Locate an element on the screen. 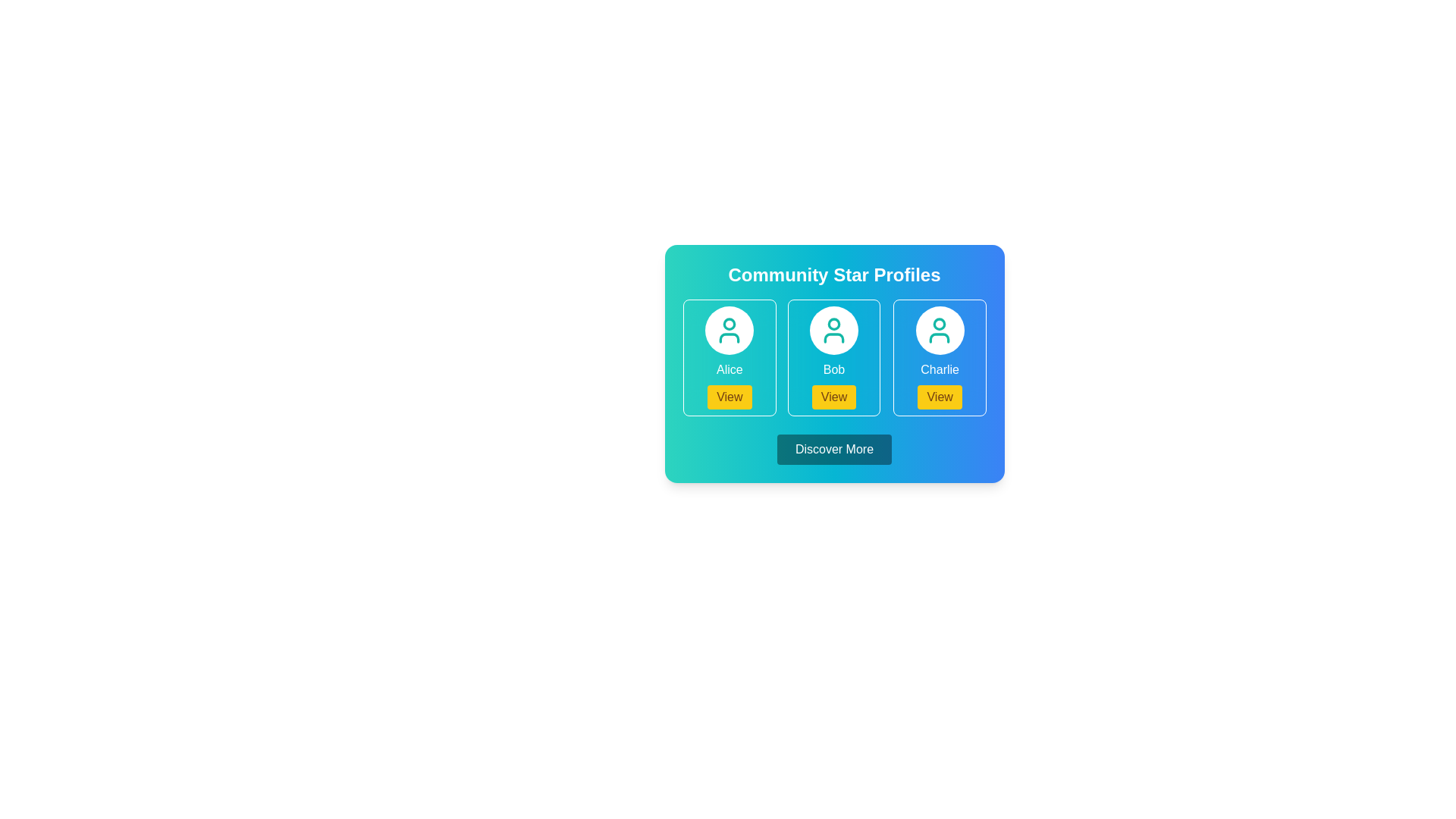 The height and width of the screenshot is (819, 1456). the Text Label that serves as a descriptive heading for the section, providing context for the related profiles displayed below is located at coordinates (833, 275).